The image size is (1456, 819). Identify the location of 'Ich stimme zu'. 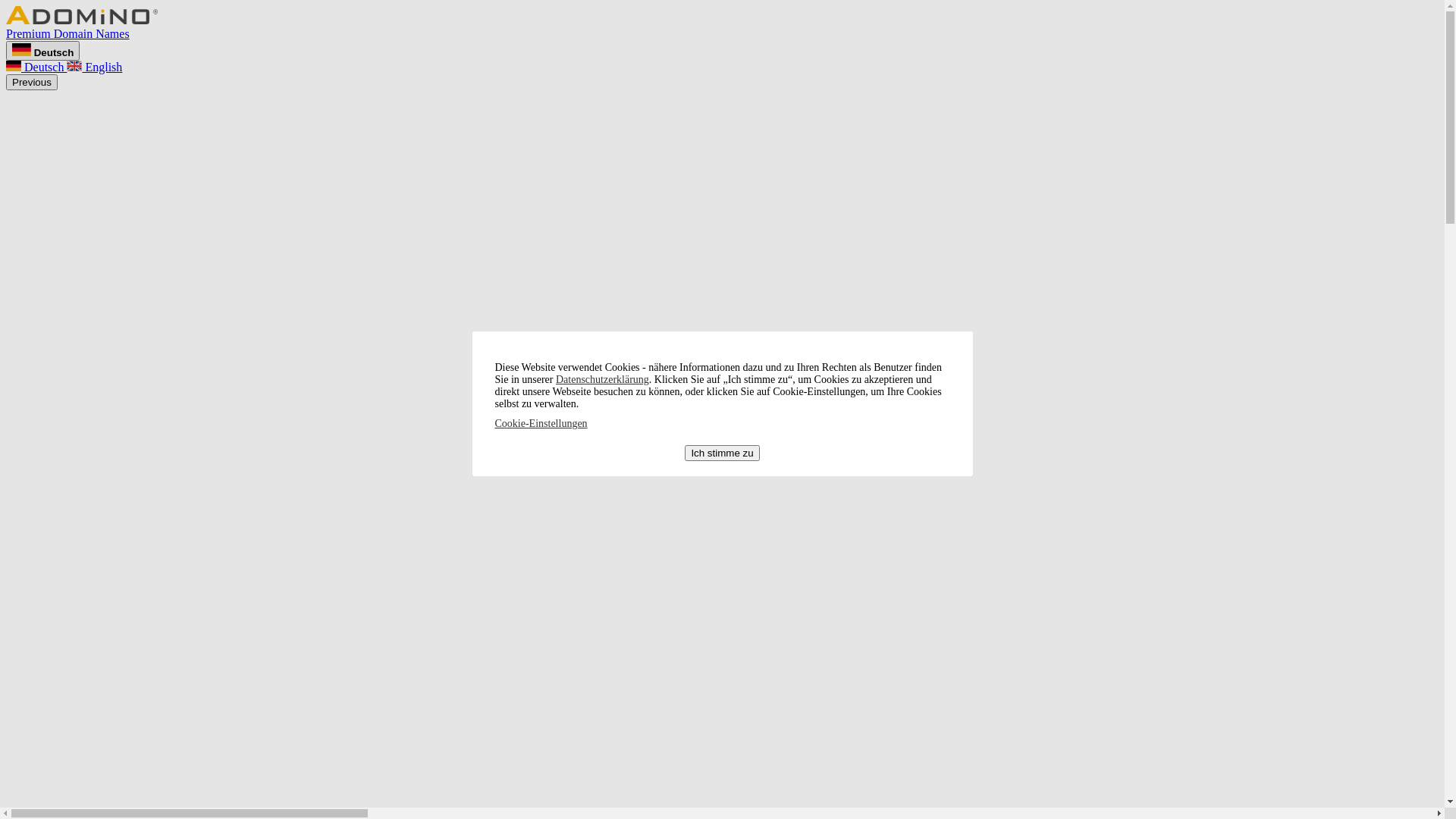
(720, 452).